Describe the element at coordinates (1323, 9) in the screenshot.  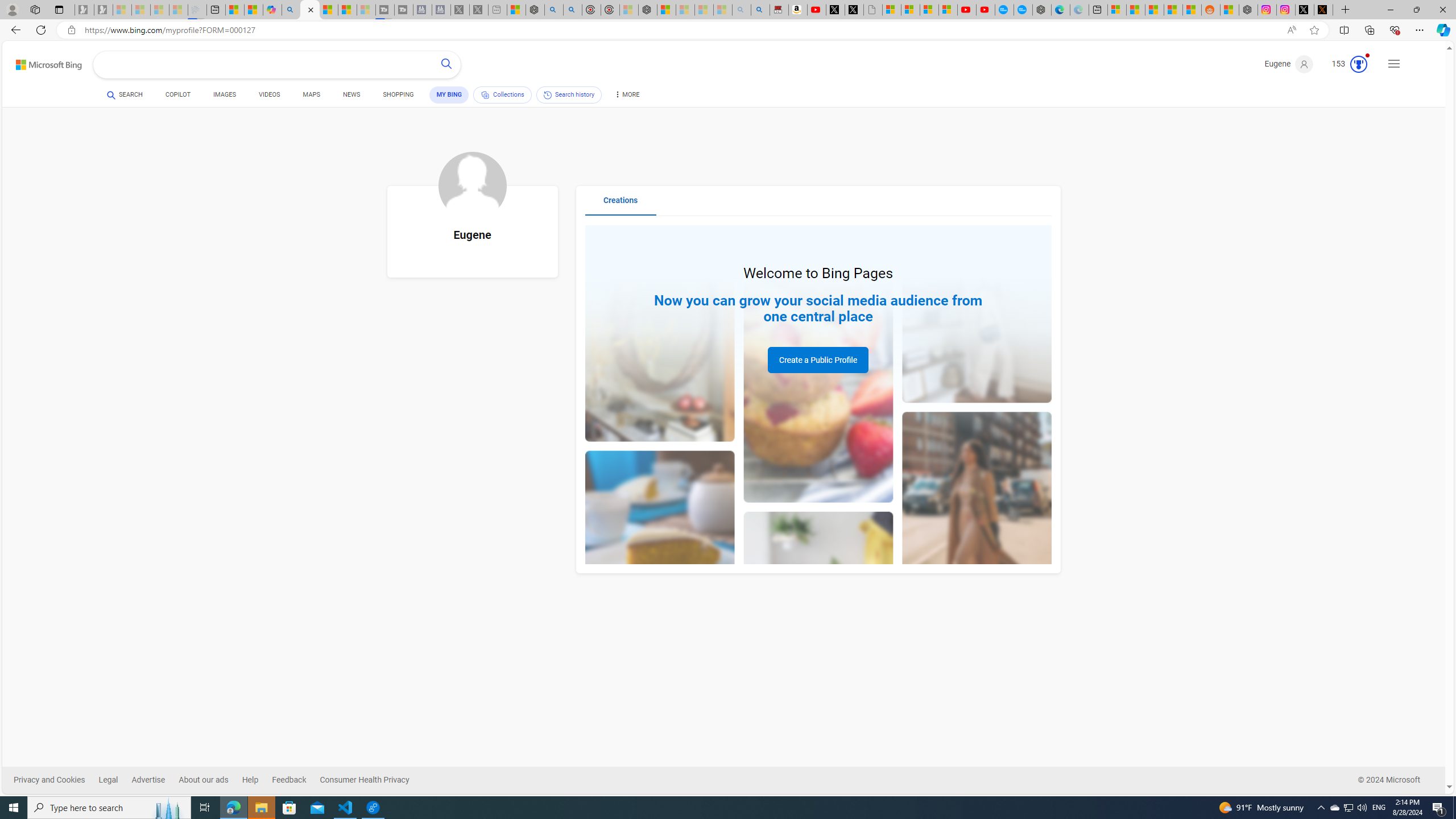
I see `'help.x.com | 524: A timeout occurred'` at that location.